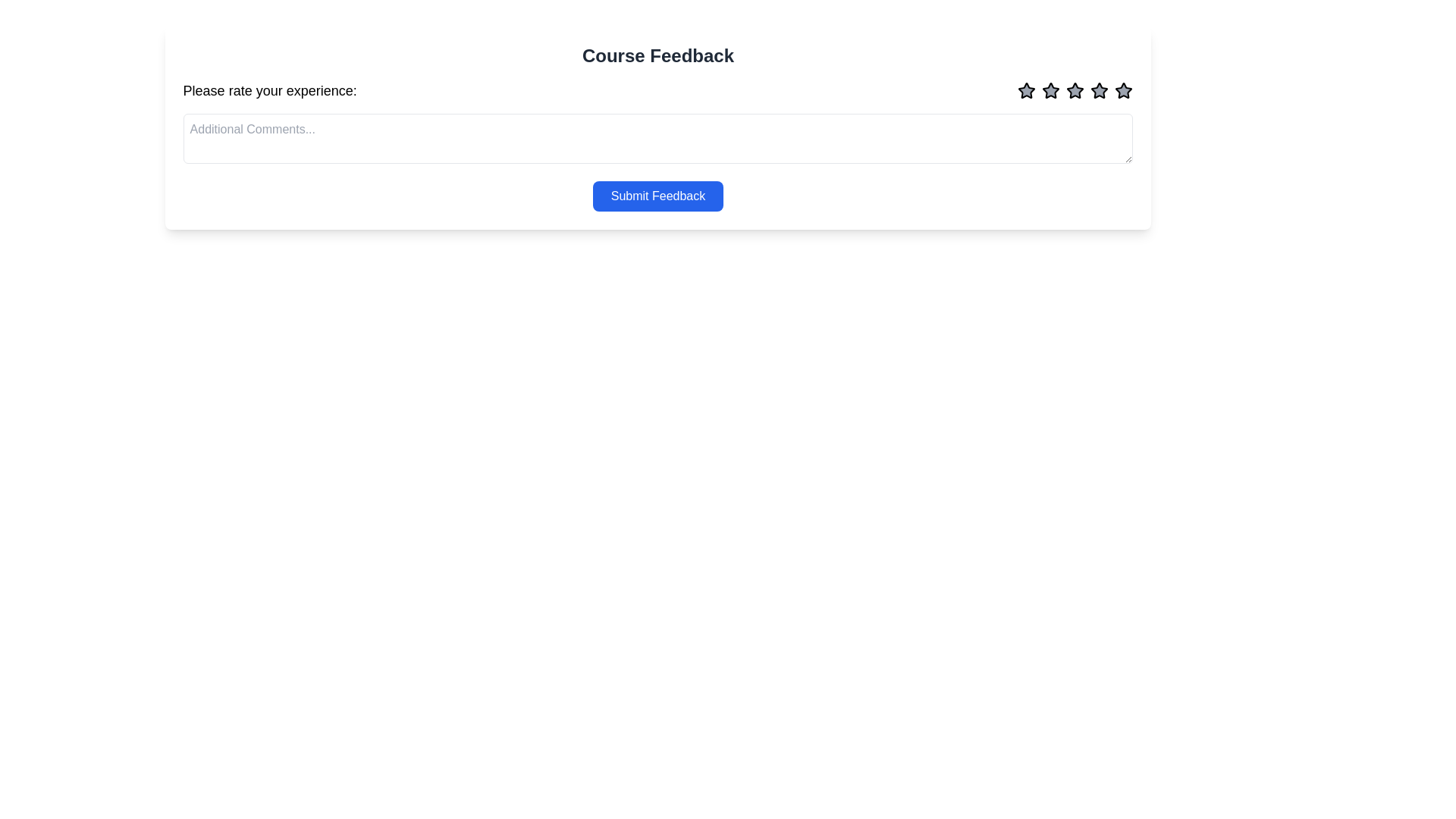 The width and height of the screenshot is (1456, 819). Describe the element at coordinates (1124, 90) in the screenshot. I see `the inactive star-shaped icon, which is the fifth star in a horizontal row of five stars, to rate it` at that location.